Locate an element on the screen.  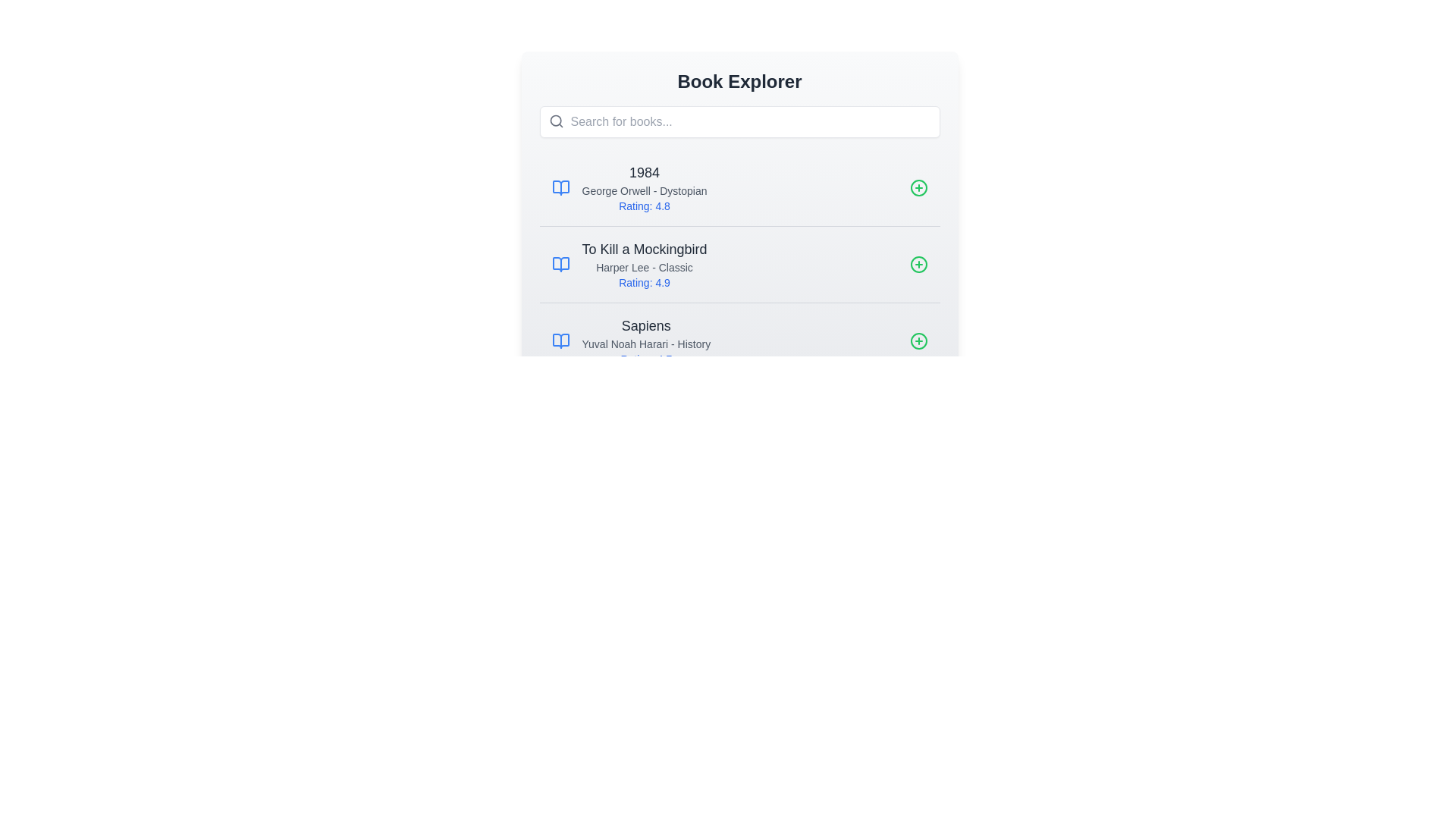
and copy the placeholder text from the text input field located below the 'Book Explorer' header is located at coordinates (739, 121).